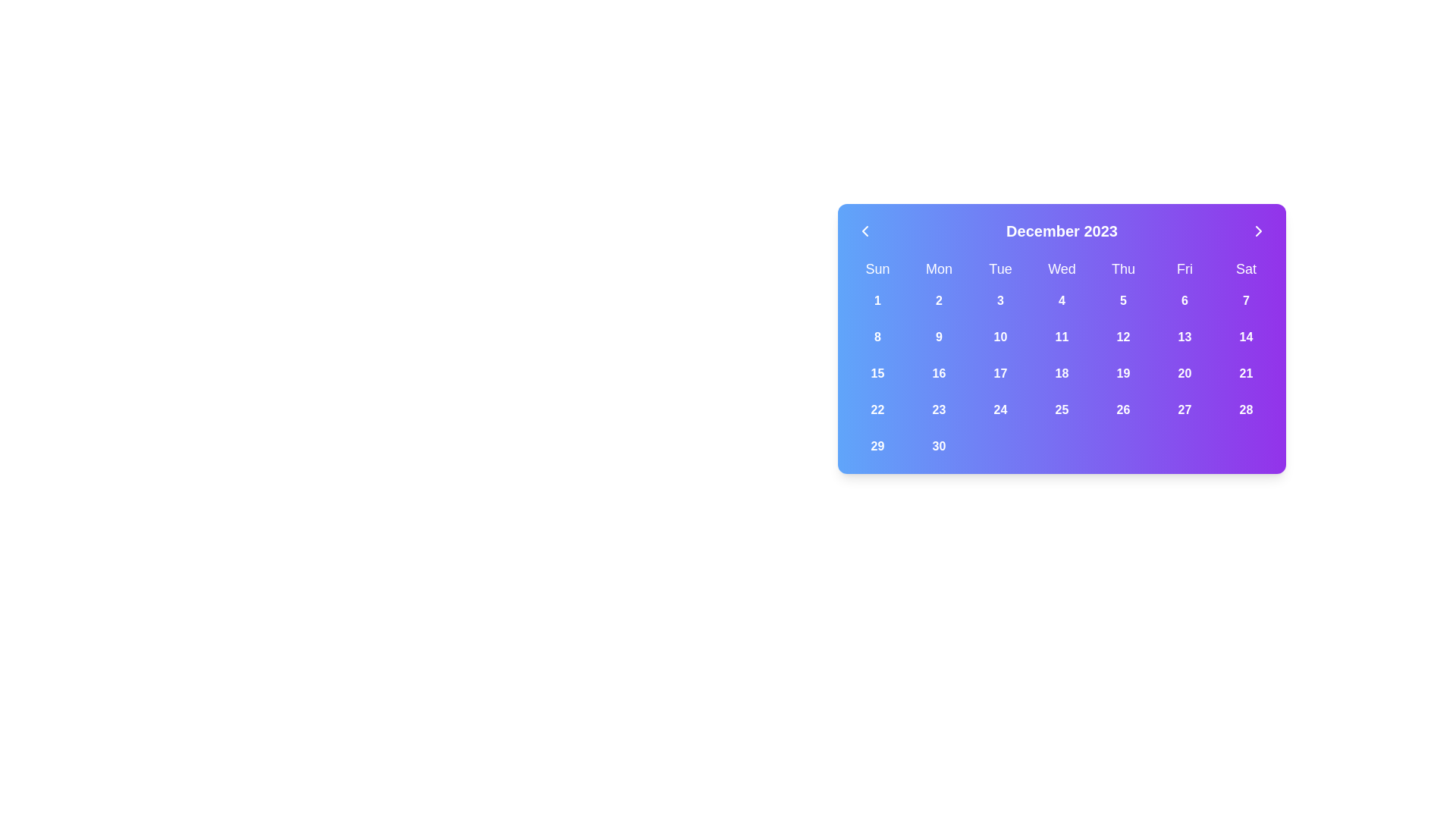 The image size is (1456, 819). What do you see at coordinates (1061, 231) in the screenshot?
I see `the text label that displays the currently selected month and year in the calendar header` at bounding box center [1061, 231].